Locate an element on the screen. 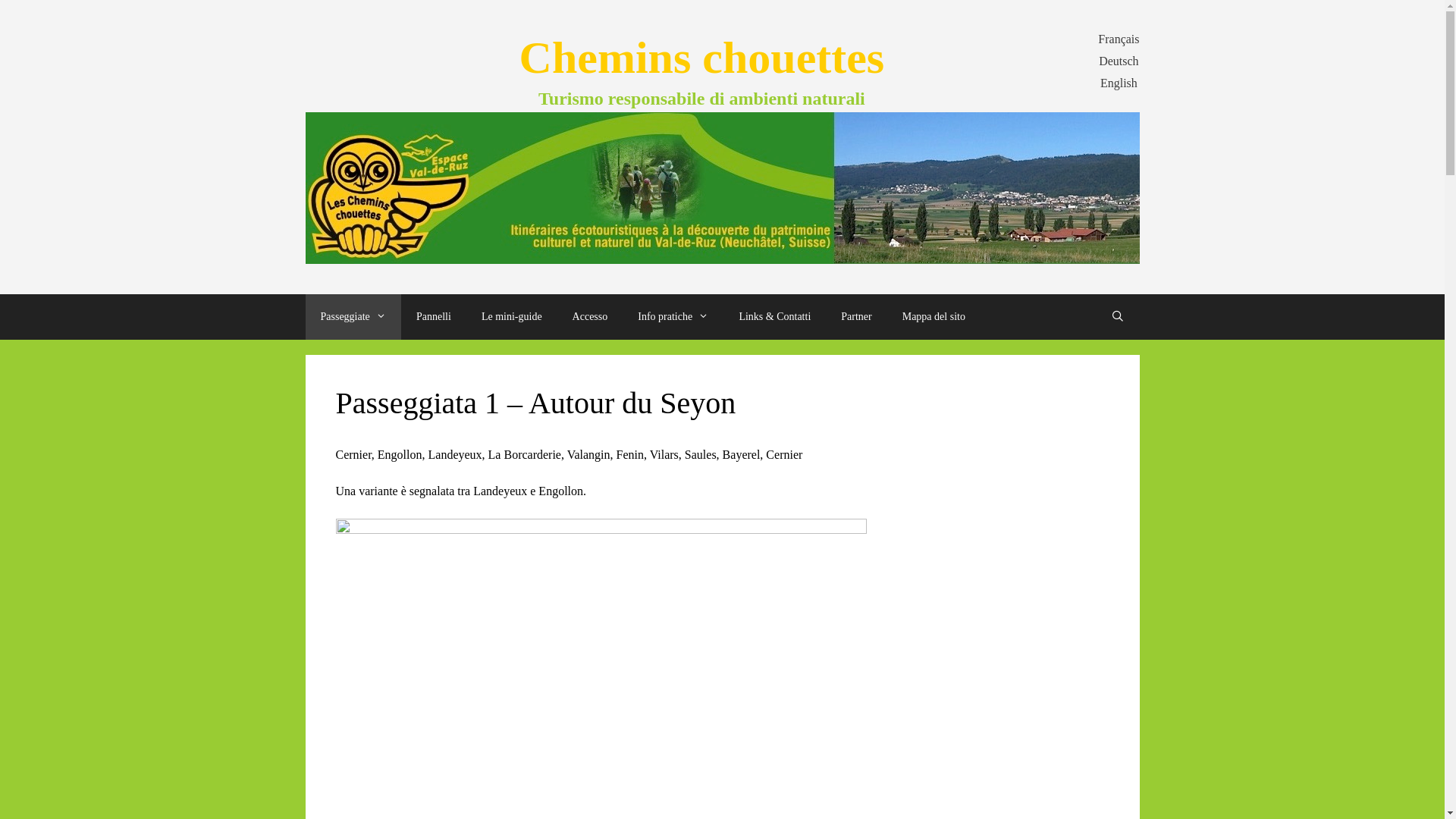 This screenshot has height=819, width=1456. 'Pannelli' is located at coordinates (400, 315).